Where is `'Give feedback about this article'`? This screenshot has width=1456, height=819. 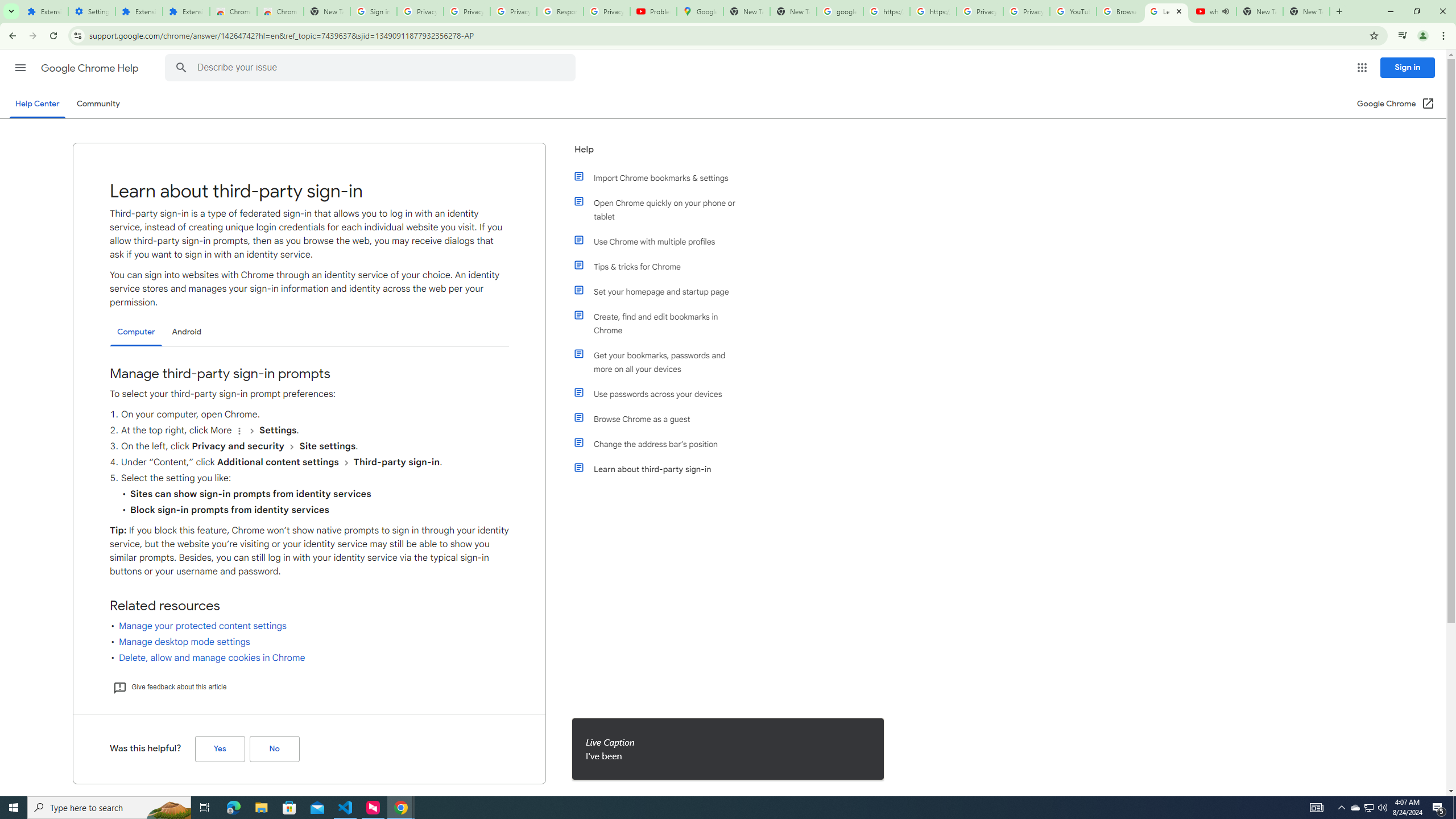 'Give feedback about this article' is located at coordinates (169, 686).